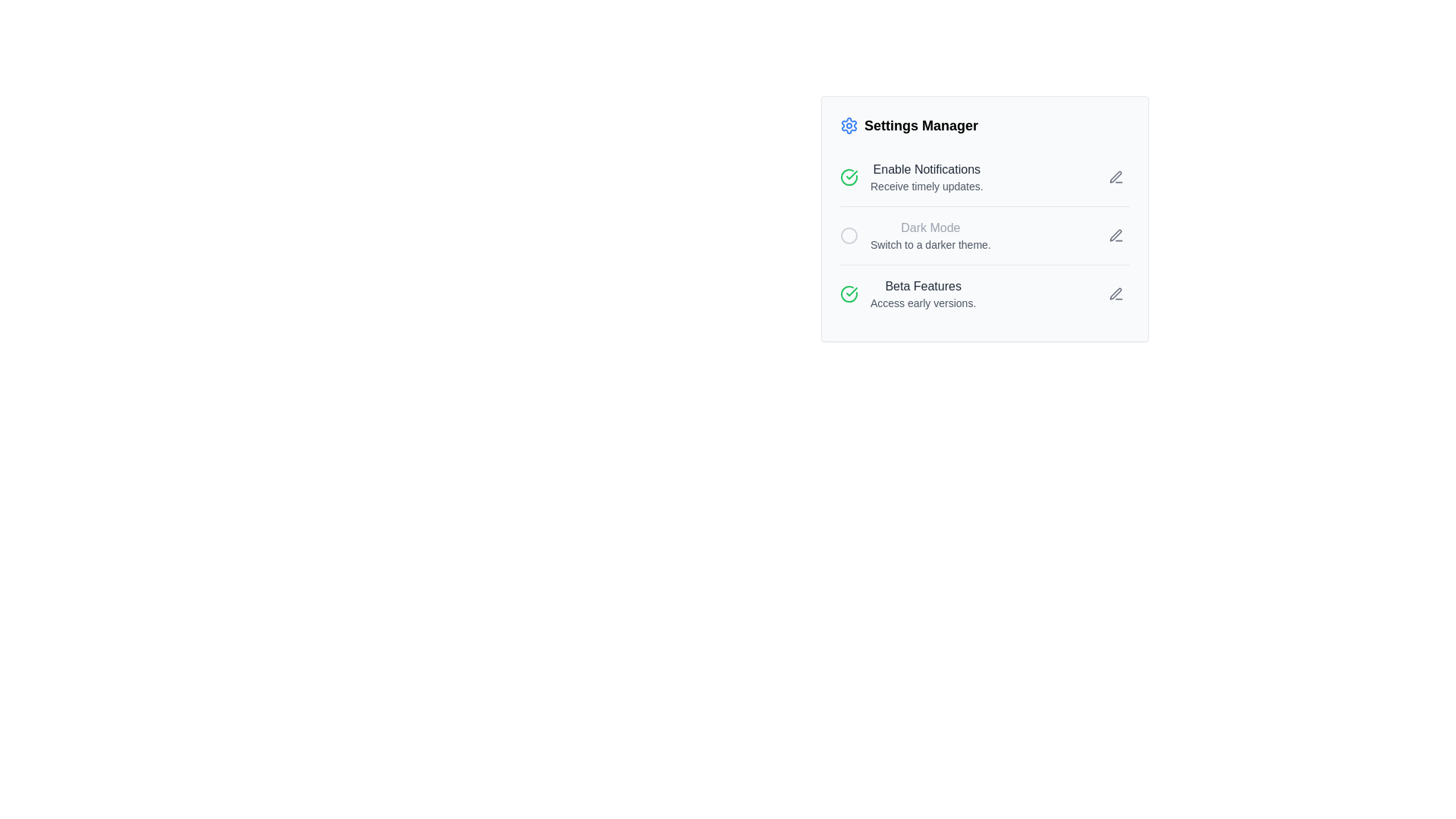 This screenshot has width=1456, height=819. Describe the element at coordinates (848, 124) in the screenshot. I see `the leftmost icon in the 'Settings Manager' section` at that location.